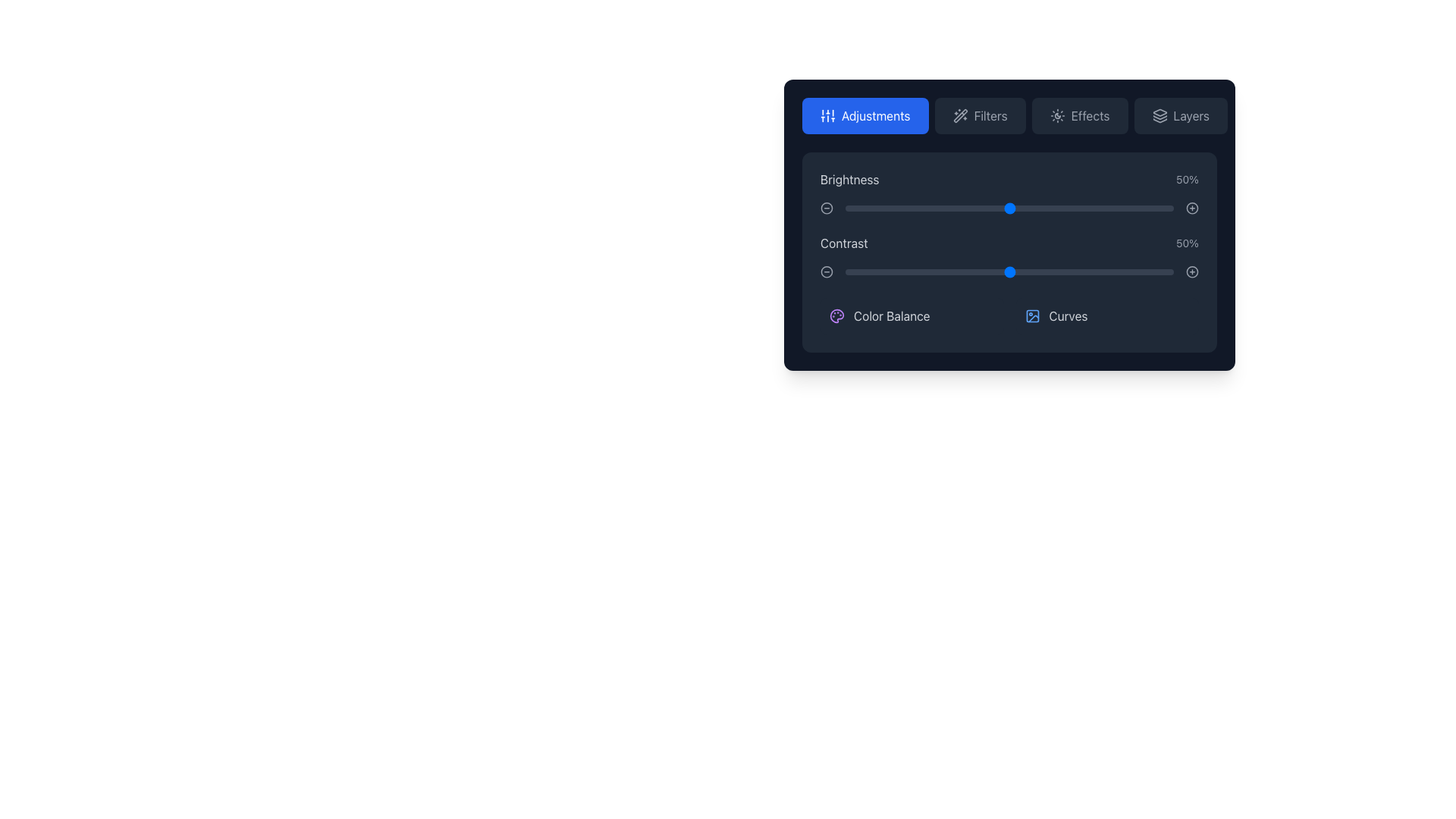 The width and height of the screenshot is (1456, 819). I want to click on brightness, so click(1012, 208).